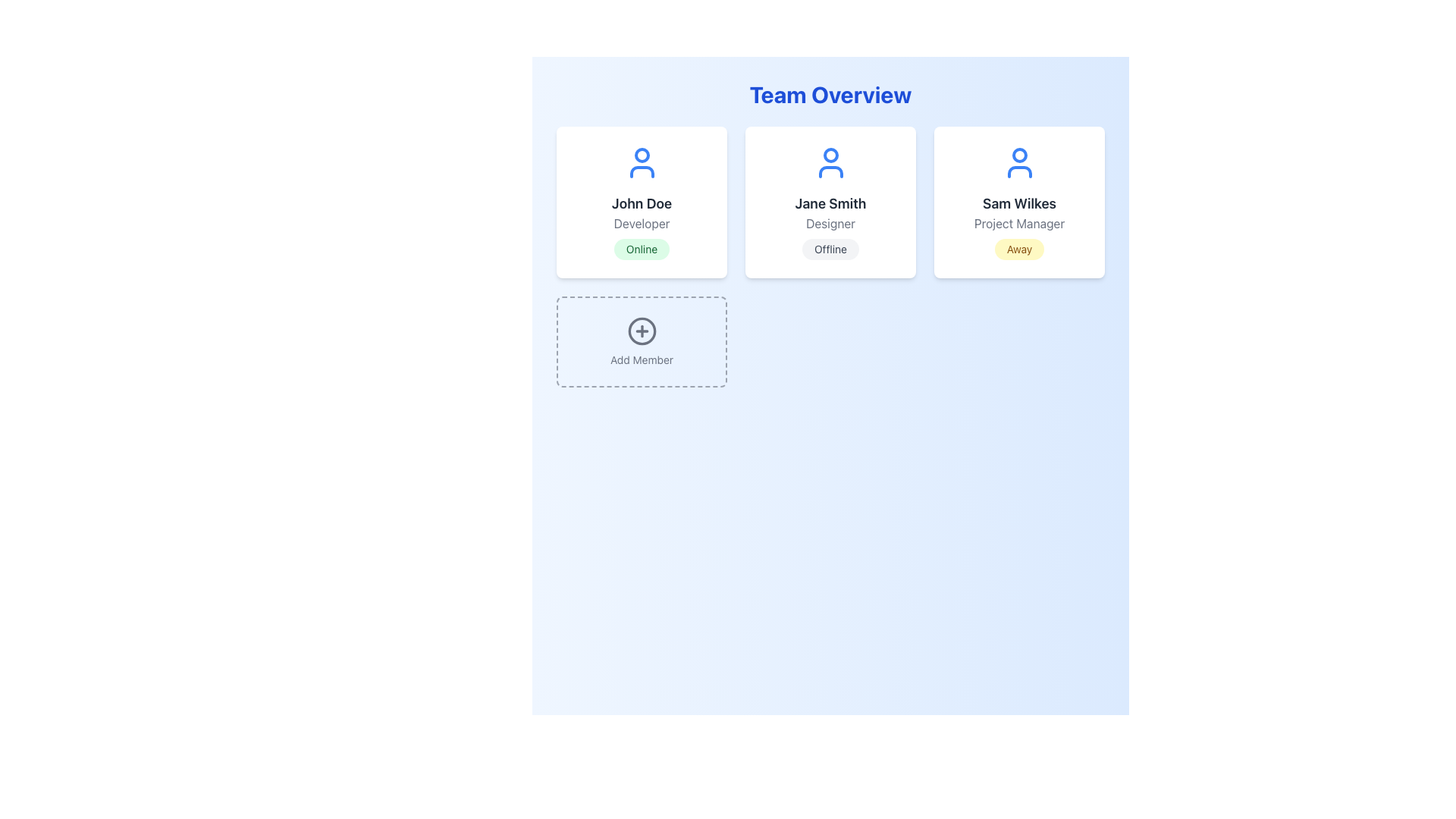 The image size is (1456, 819). What do you see at coordinates (642, 248) in the screenshot?
I see `the availability status ('Online') badge for 'John Doe' located at the bottom of his profile tile, beneath the 'Developer' designation text` at bounding box center [642, 248].